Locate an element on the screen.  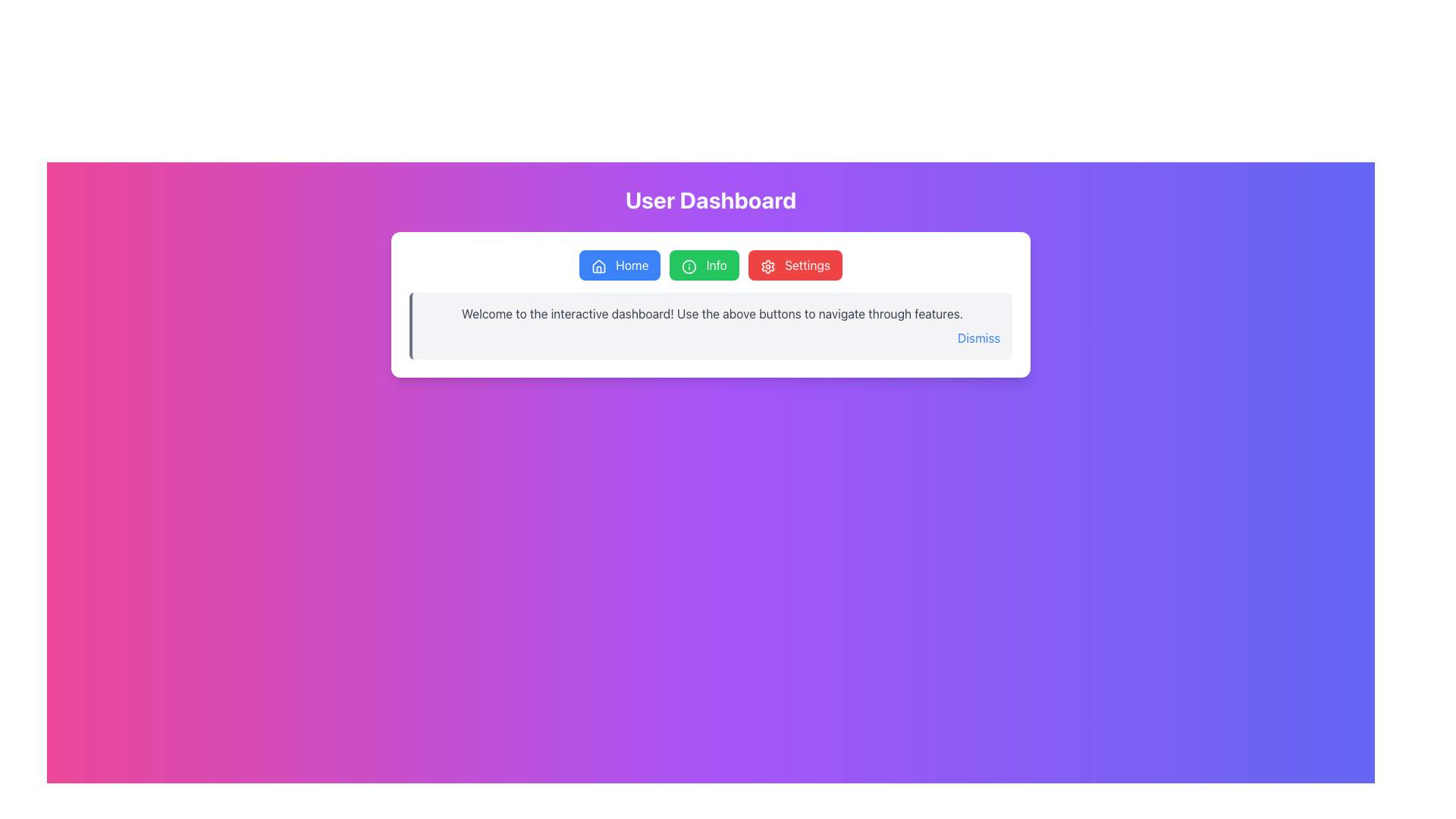
the informational button located between the blue 'Home' button and the red 'Settings' button for keyboard interaction is located at coordinates (704, 265).